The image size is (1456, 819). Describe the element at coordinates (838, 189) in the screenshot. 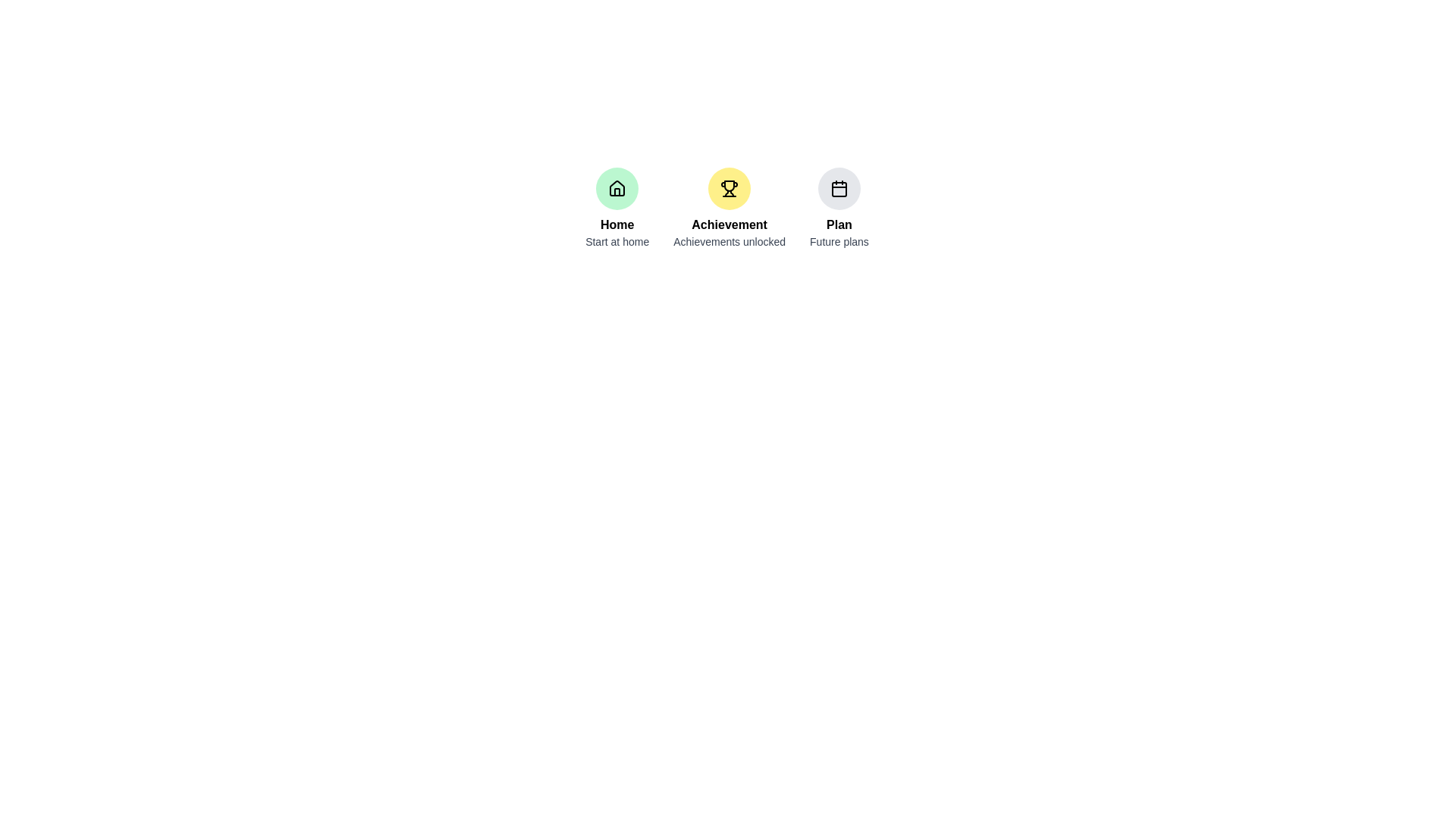

I see `the rectangular component with rounded corners inside the rightmost calendar-like icon labeled 'Plan'` at that location.